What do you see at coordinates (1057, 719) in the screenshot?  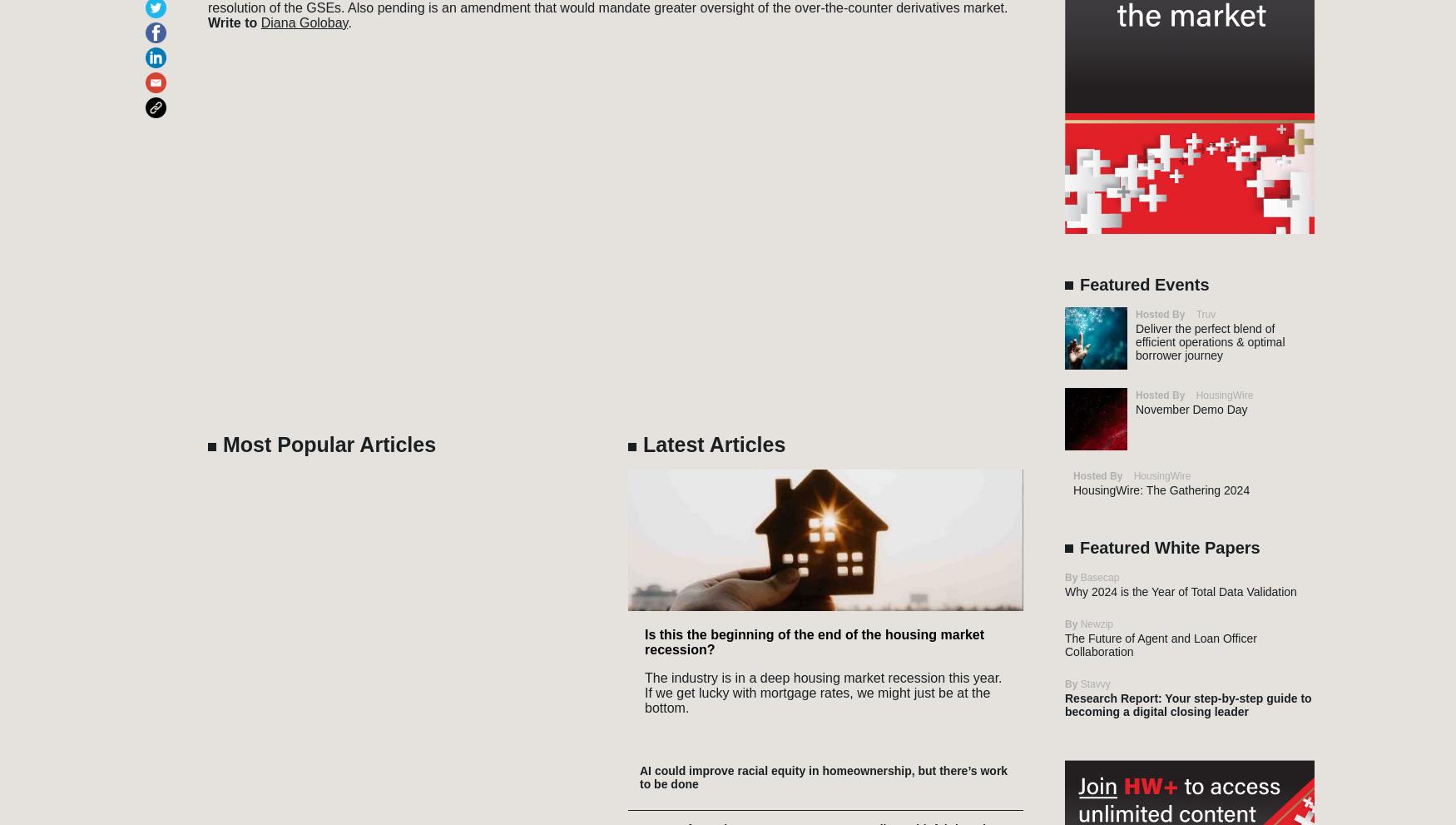 I see `'Licensing & Reprints'` at bounding box center [1057, 719].